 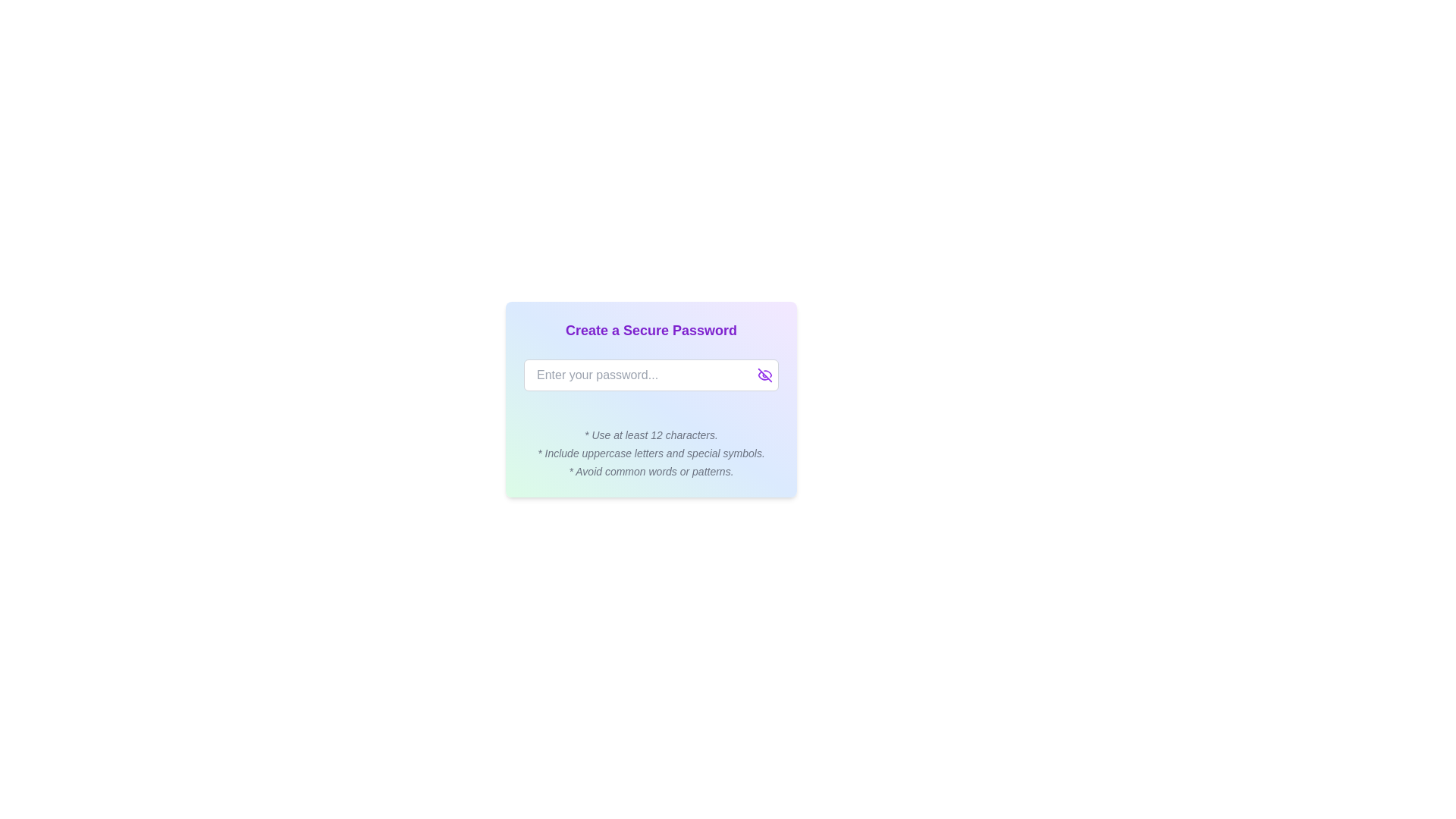 What do you see at coordinates (651, 329) in the screenshot?
I see `text from the heading element that displays 'Create a Secure Password', which is styled in bold purple font on a gradient background and serves as a prominent header above the password input field` at bounding box center [651, 329].